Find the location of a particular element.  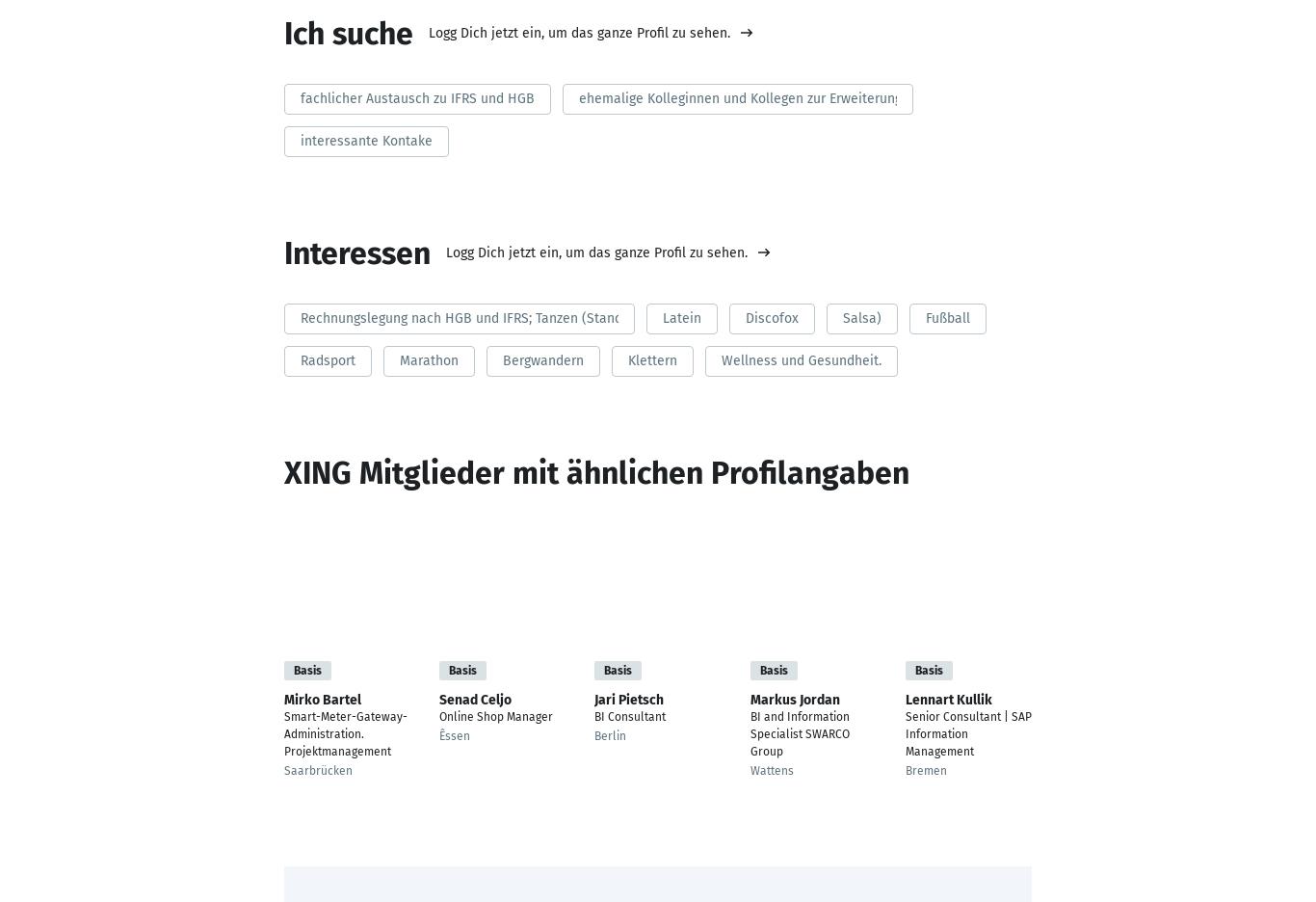

'Senad Celjo' is located at coordinates (475, 698).